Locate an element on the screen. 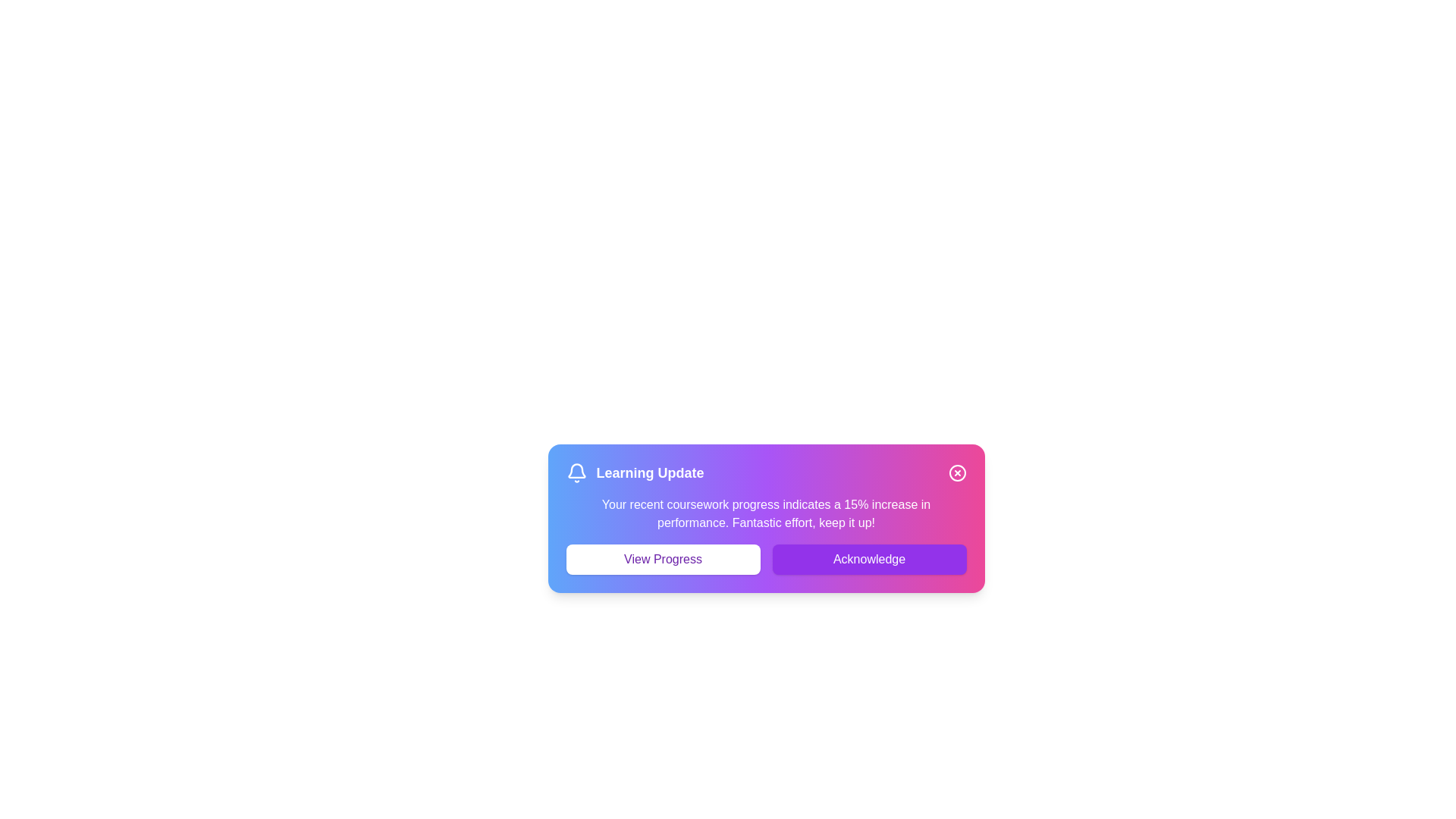  the 'View Progress' button to view progress details is located at coordinates (663, 559).